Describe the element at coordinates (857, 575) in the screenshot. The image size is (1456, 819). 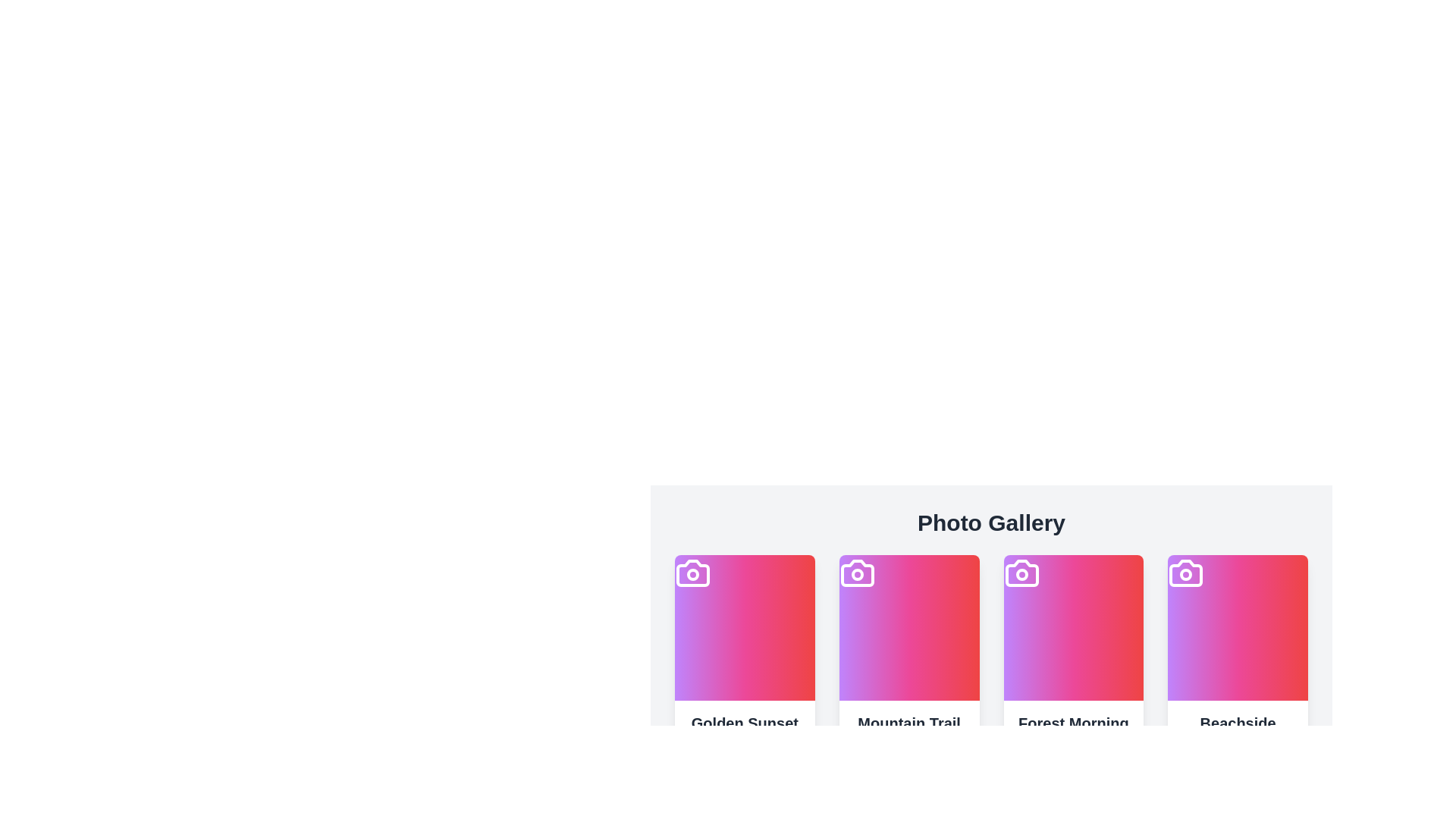
I see `the decorative circle within the camera icon in the second photo card of the grid layout under the 'Photo Gallery' header, specifically for the 'Mountain Trail' image` at that location.